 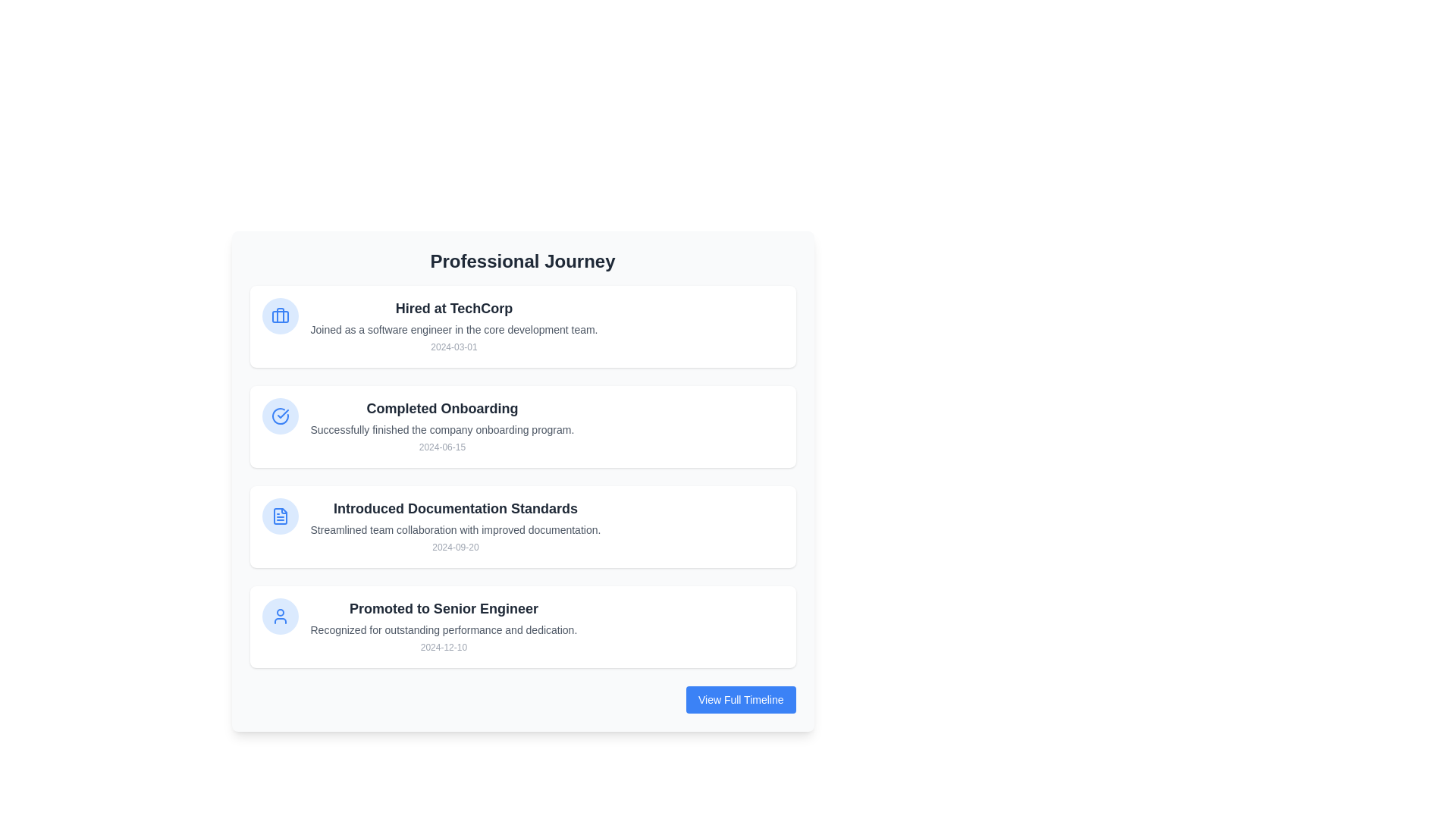 What do you see at coordinates (280, 315) in the screenshot?
I see `the professional milestone icon representing 'Hired at TechCorp', located at the left edge of the first card above the title` at bounding box center [280, 315].